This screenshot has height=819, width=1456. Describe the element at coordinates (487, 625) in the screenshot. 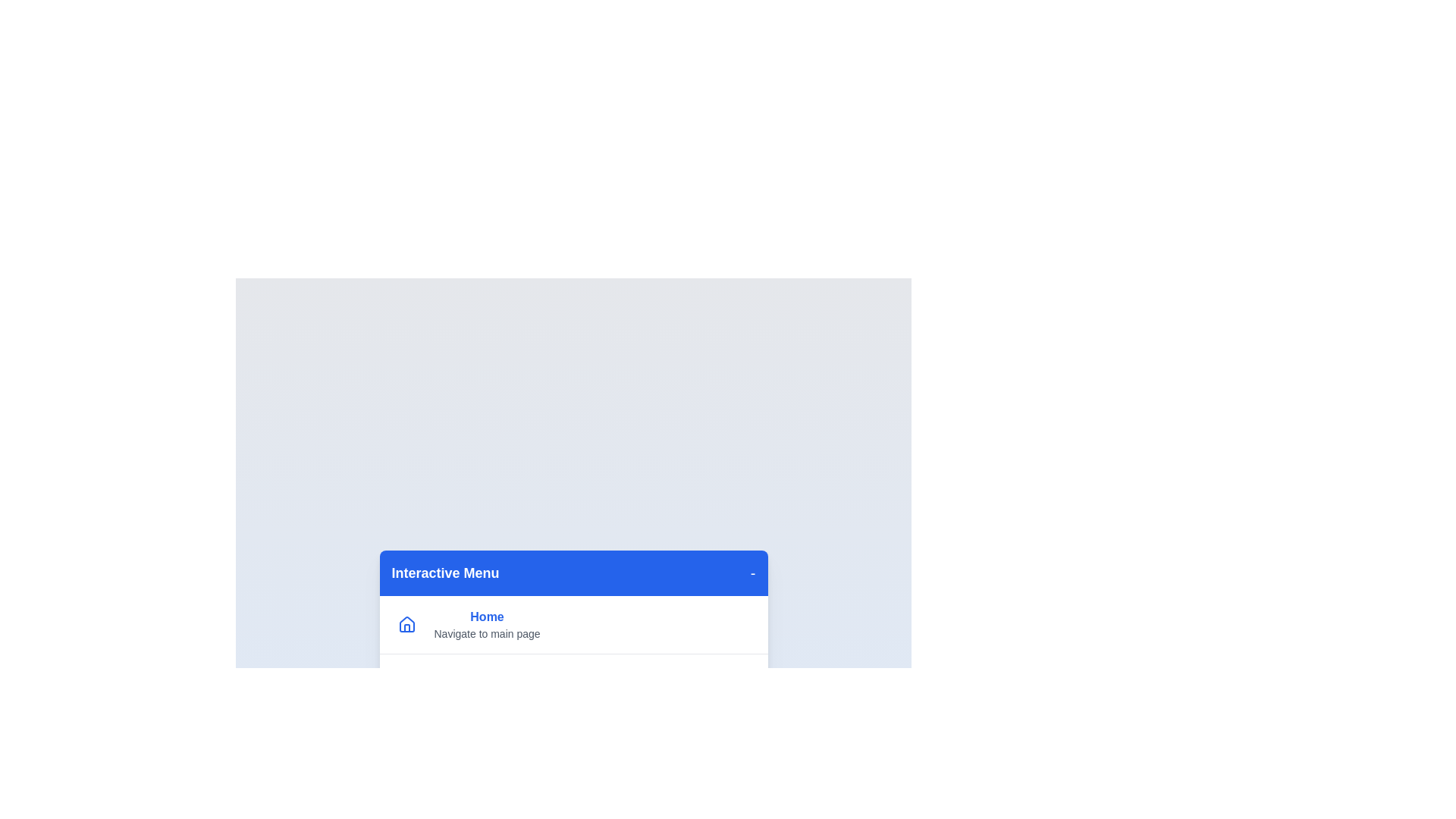

I see `the menu item Home by clicking on it` at that location.